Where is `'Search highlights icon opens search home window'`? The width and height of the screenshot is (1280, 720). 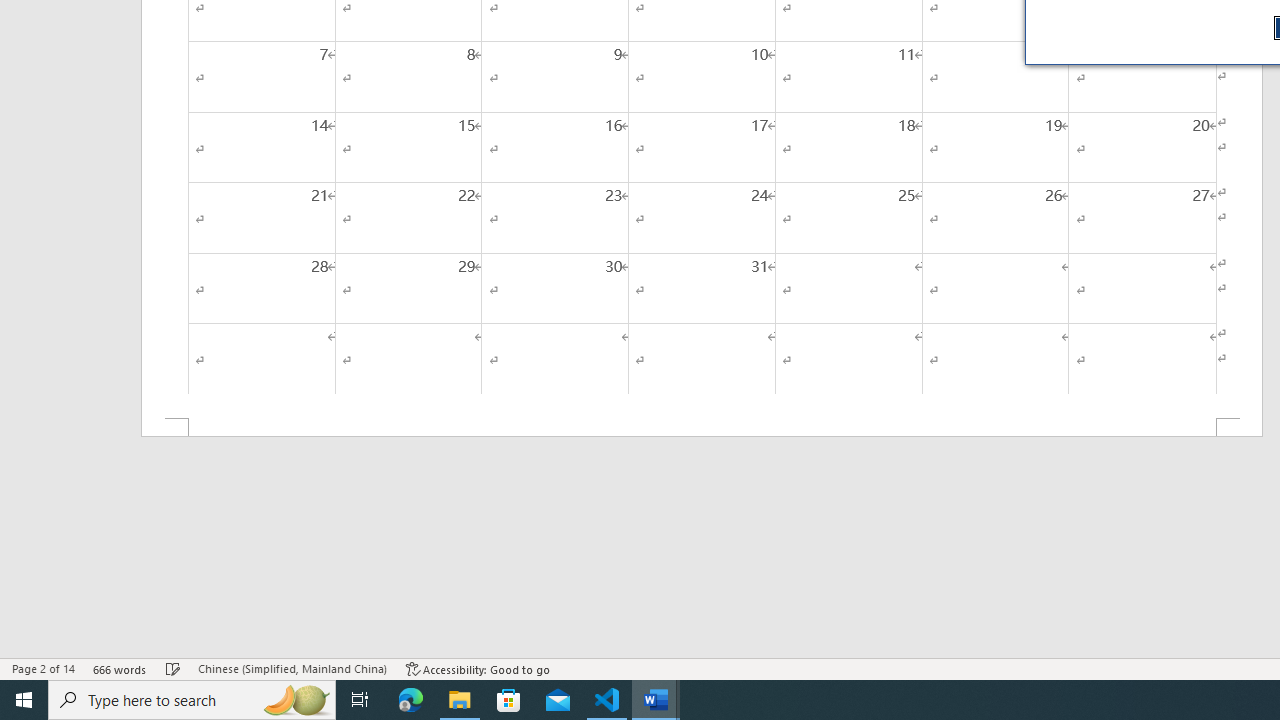 'Search highlights icon opens search home window' is located at coordinates (294, 698).